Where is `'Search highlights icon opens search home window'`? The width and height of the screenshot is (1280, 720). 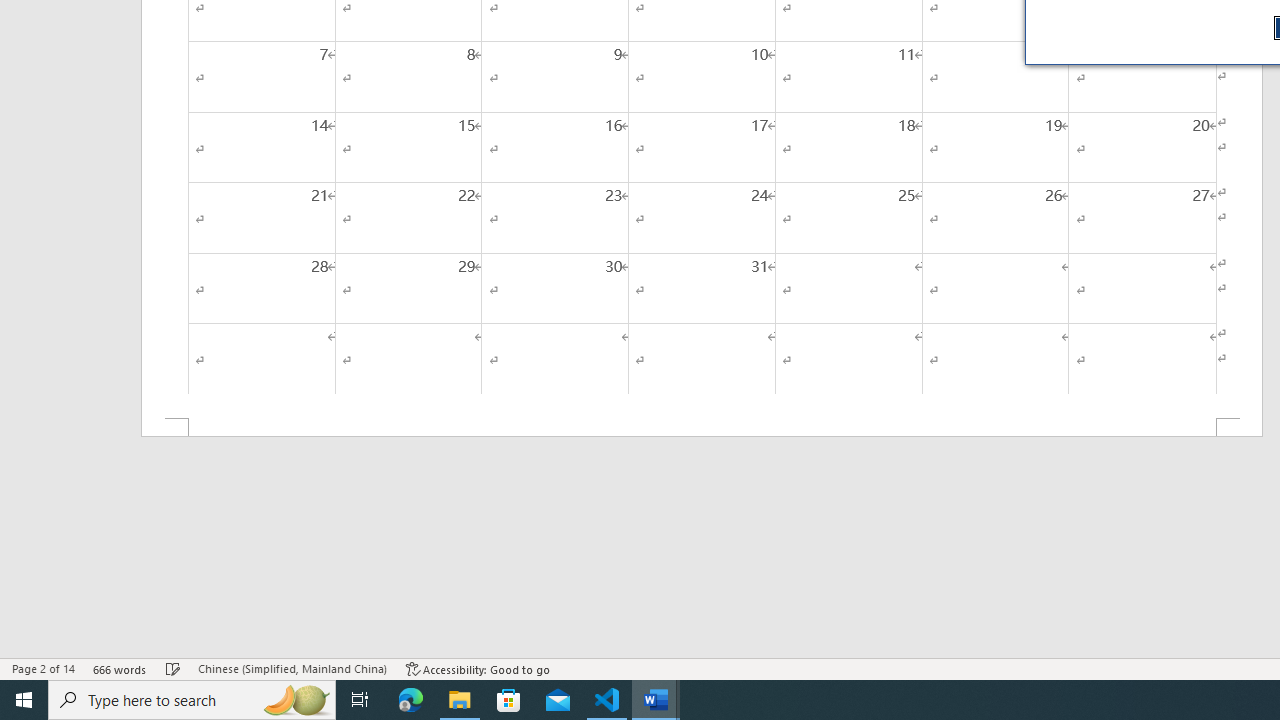 'Search highlights icon opens search home window' is located at coordinates (294, 698).